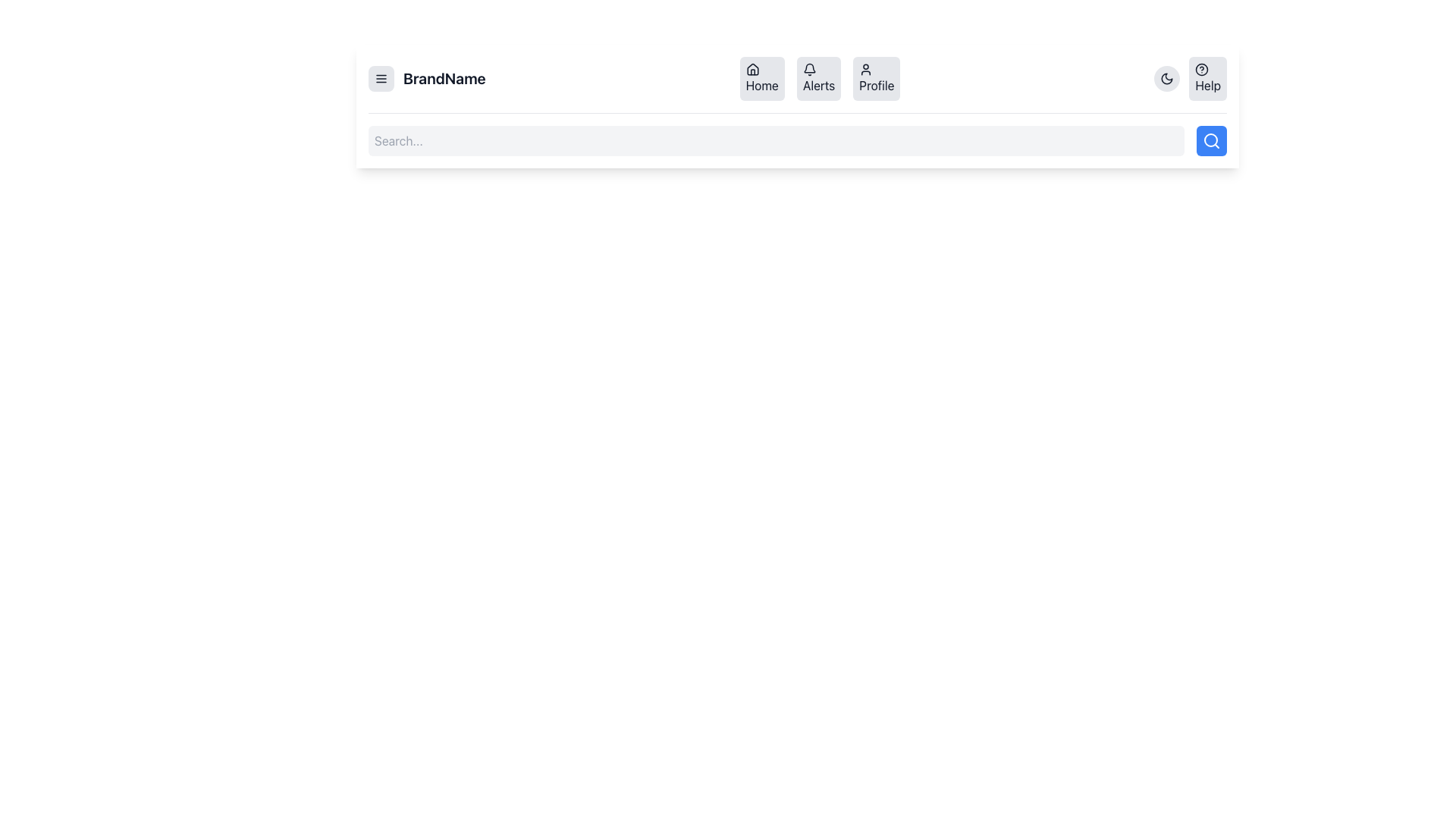 This screenshot has width=1456, height=819. I want to click on the user icon styled with an outline design located within the 'Profile' button, which is the third button in the top-right corner of the interface, so click(866, 70).